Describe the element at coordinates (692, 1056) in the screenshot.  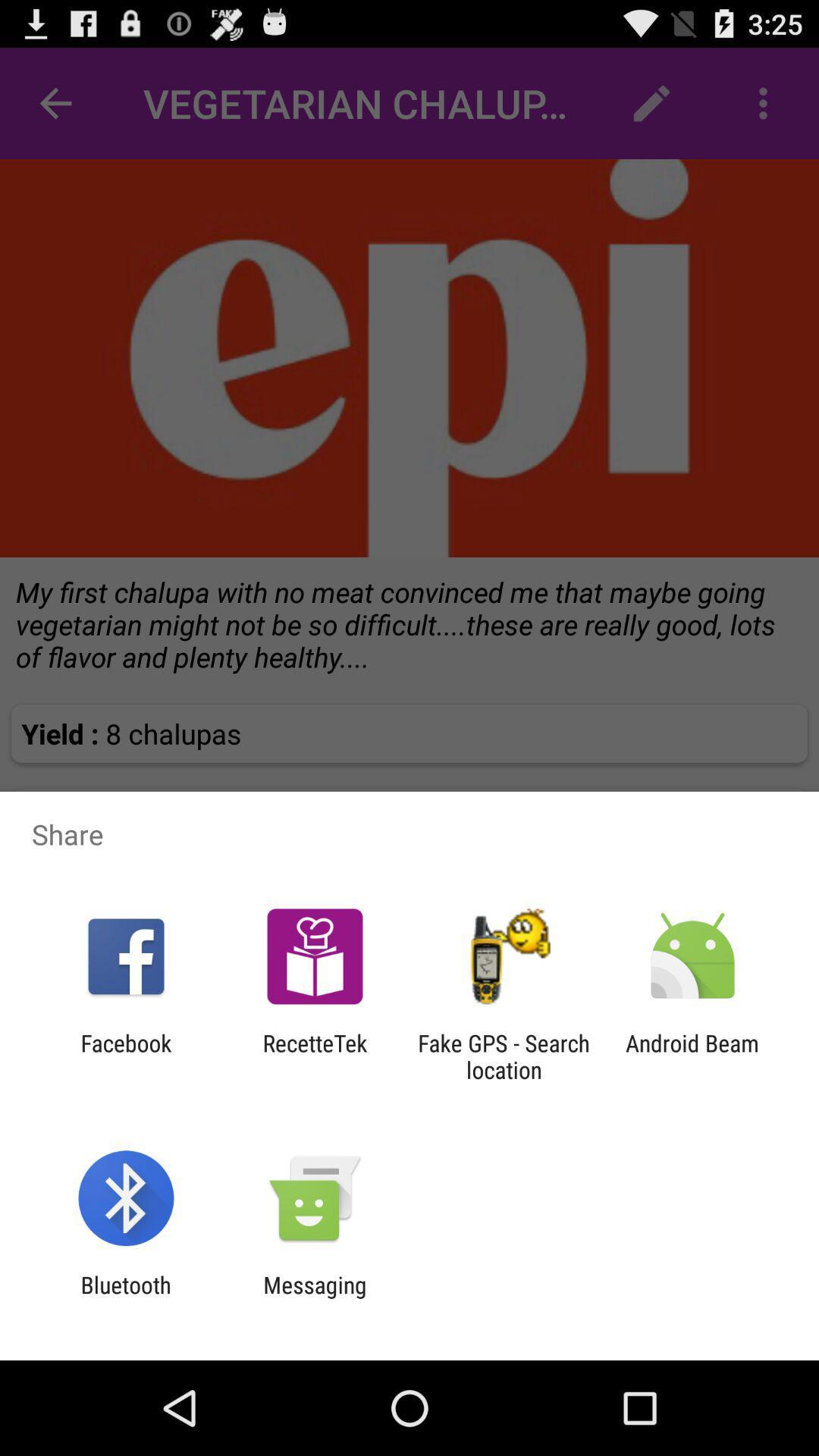
I see `the item to the right of fake gps search app` at that location.